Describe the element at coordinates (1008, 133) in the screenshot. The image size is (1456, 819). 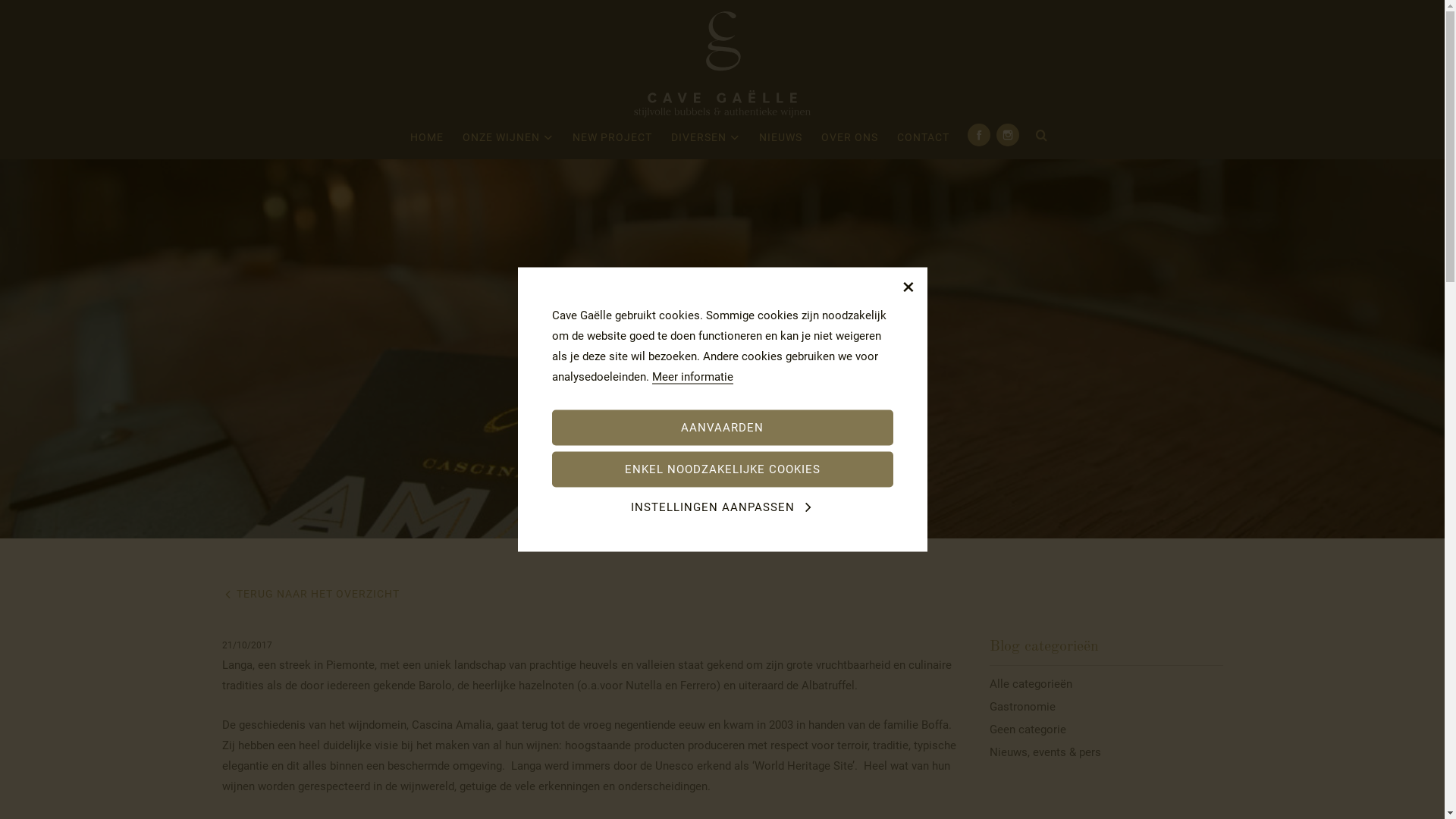
I see `'Volg ons op Instagram'` at that location.